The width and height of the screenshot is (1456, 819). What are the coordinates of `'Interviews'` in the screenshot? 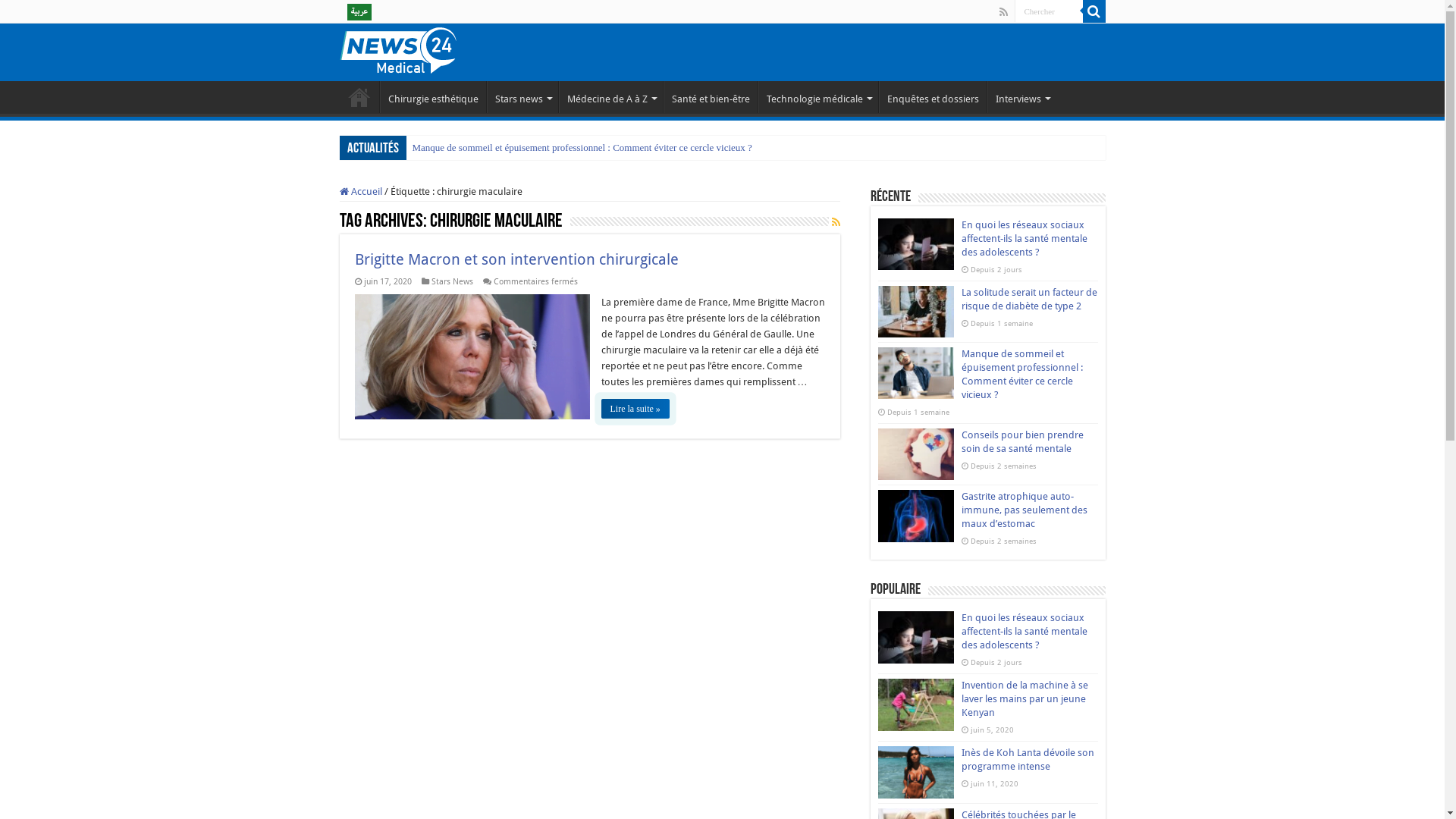 It's located at (987, 96).